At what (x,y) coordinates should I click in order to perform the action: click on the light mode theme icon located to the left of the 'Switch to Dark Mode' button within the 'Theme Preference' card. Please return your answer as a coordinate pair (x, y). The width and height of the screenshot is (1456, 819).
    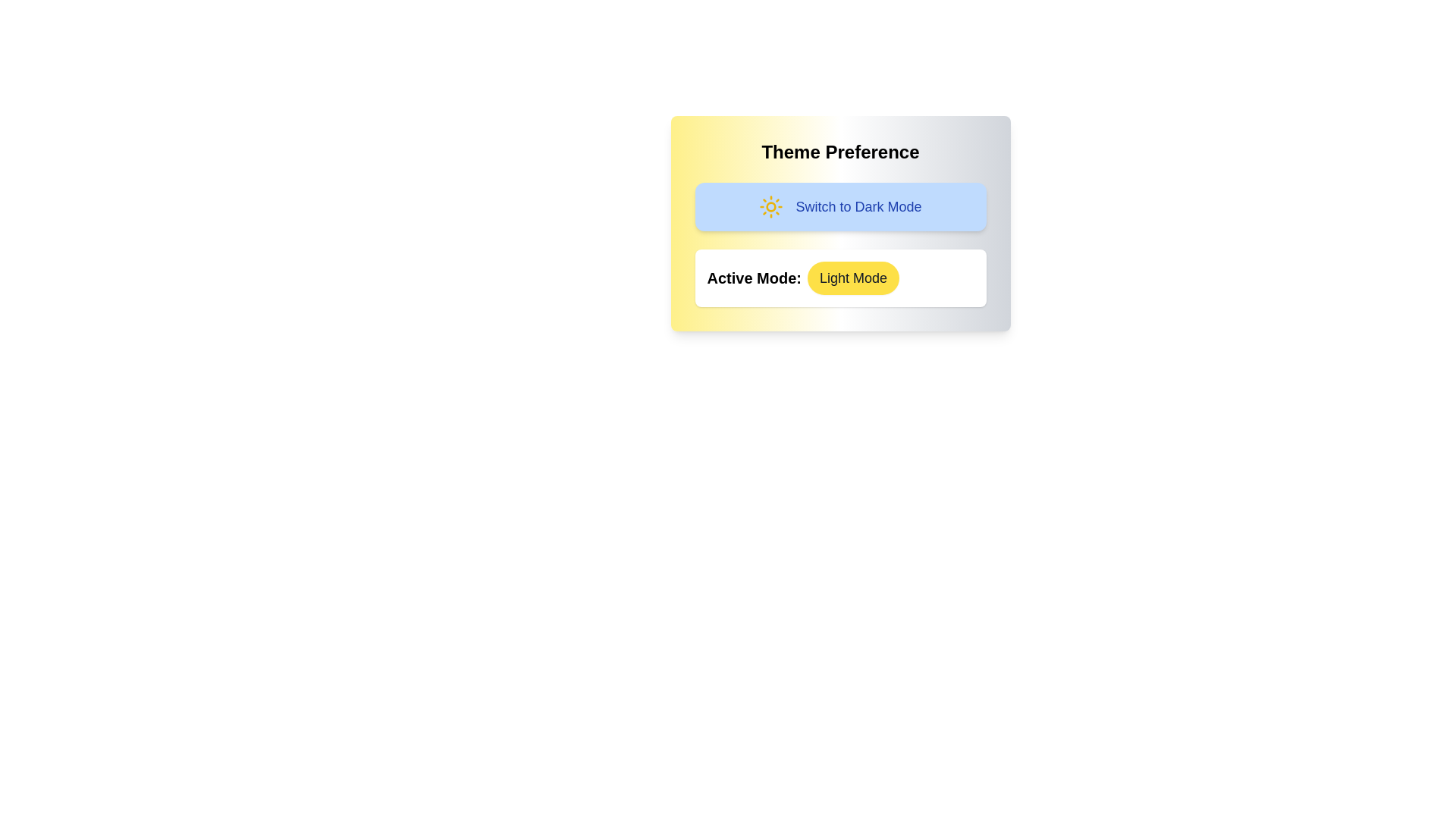
    Looking at the image, I should click on (771, 207).